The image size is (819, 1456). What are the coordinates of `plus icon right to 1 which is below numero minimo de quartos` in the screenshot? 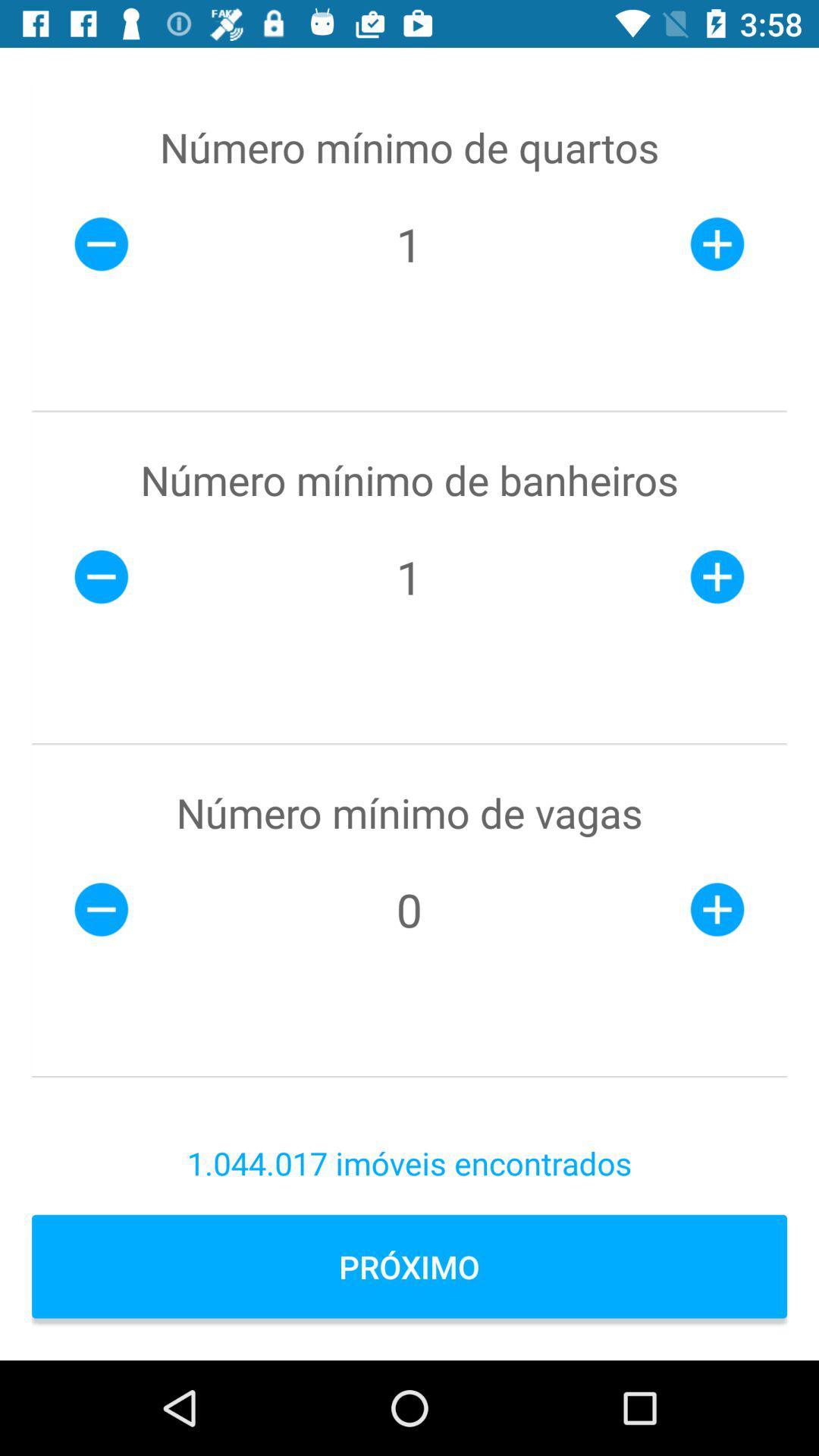 It's located at (717, 243).